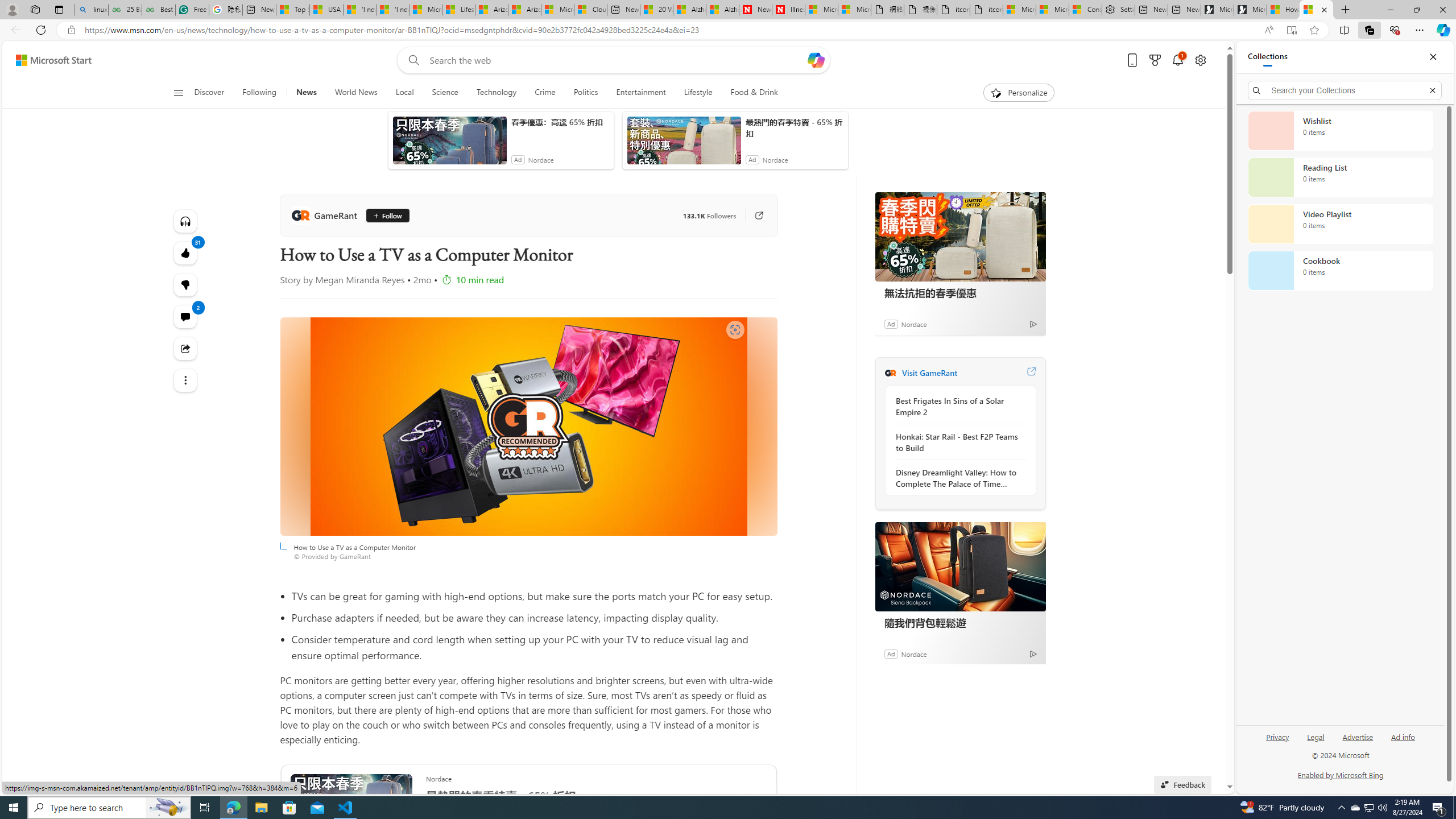  I want to click on 'World News', so click(355, 92).